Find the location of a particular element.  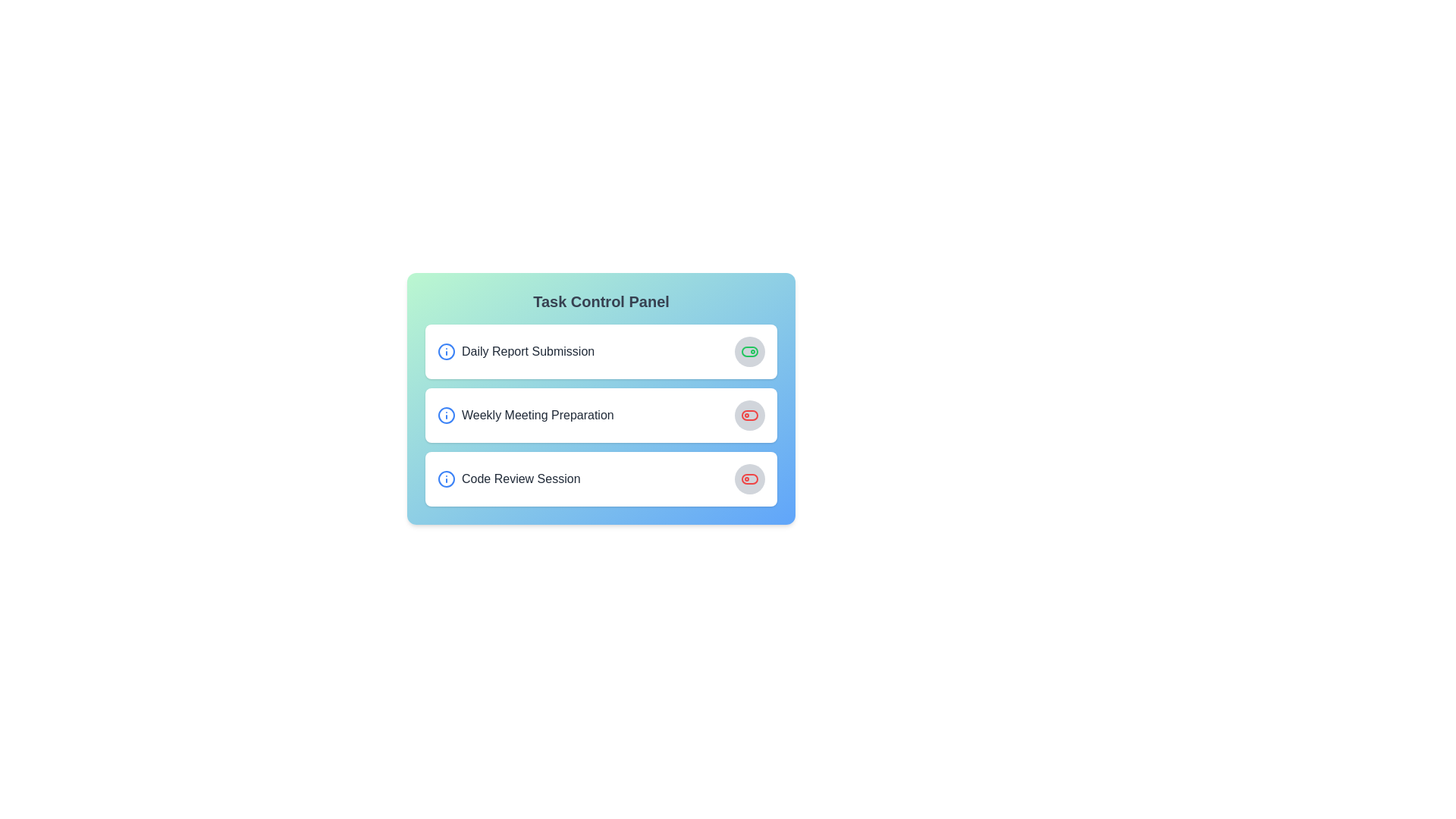

the circular toggle button with a gray background and a red toggle icon, located at the right edge of the 'Code Review Session' row to switch its state is located at coordinates (749, 479).